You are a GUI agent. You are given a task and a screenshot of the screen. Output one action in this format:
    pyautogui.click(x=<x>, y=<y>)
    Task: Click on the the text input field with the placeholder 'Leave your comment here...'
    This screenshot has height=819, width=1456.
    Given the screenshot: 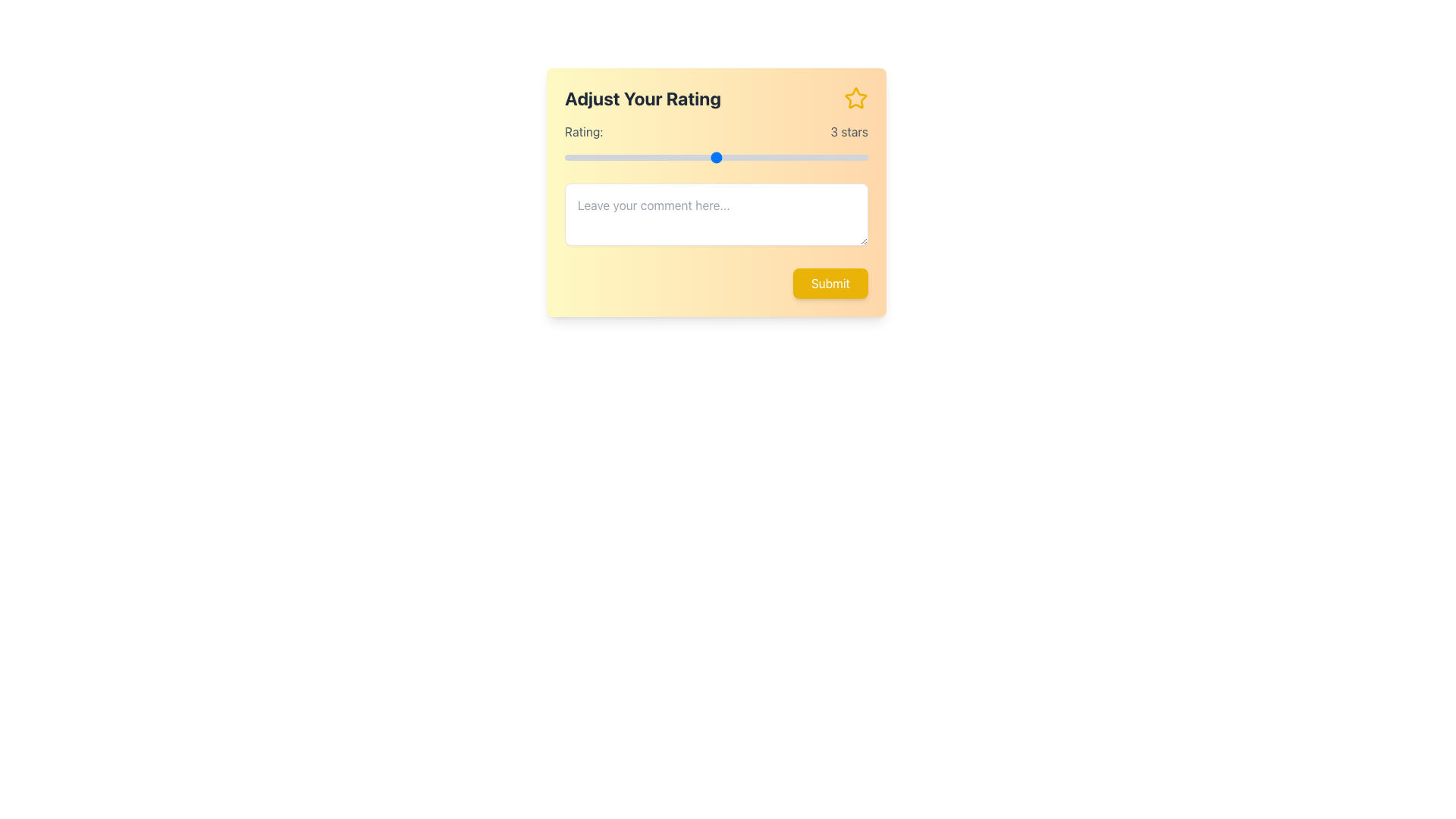 What is the action you would take?
    pyautogui.click(x=716, y=214)
    